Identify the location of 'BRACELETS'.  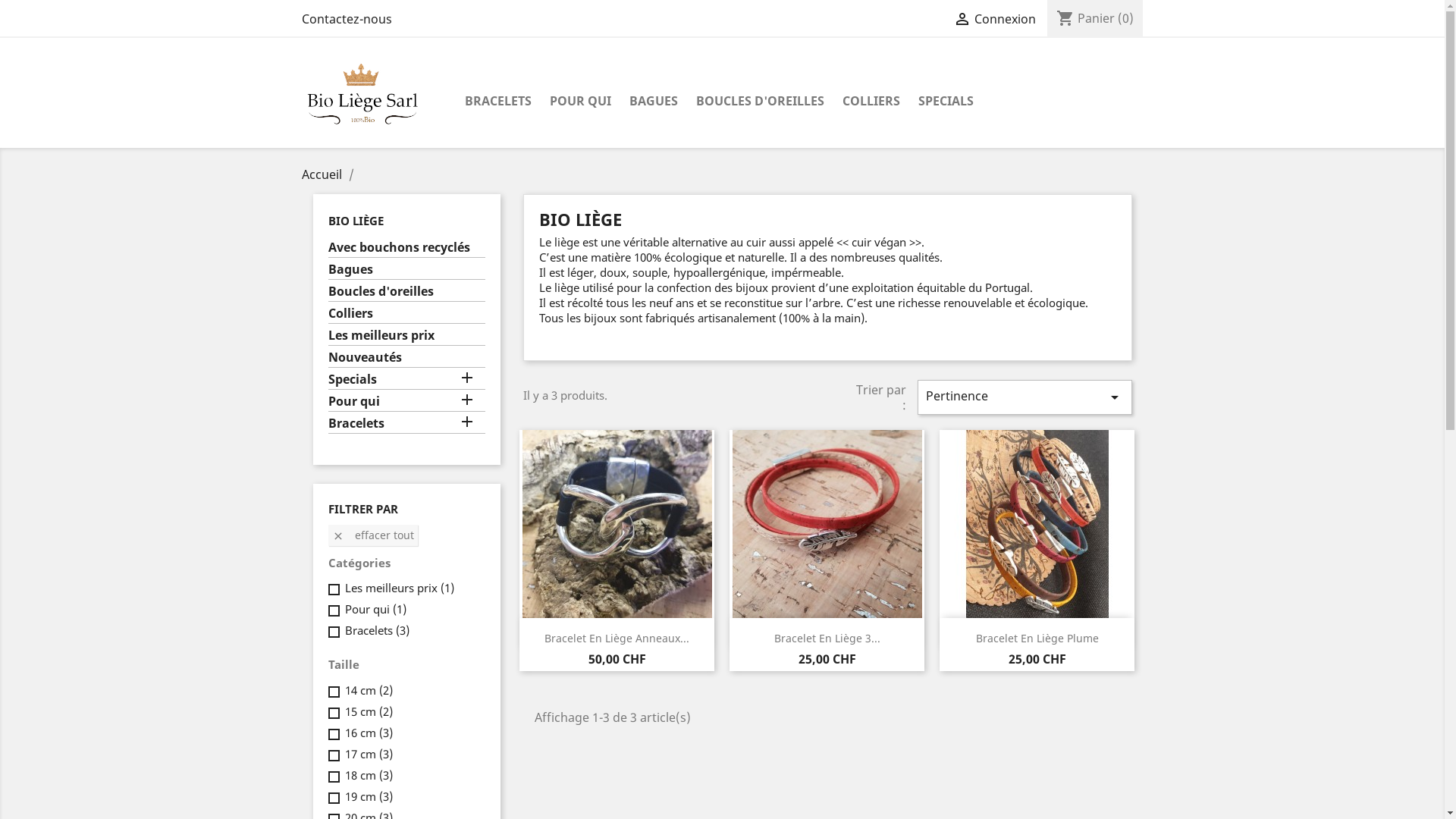
(497, 102).